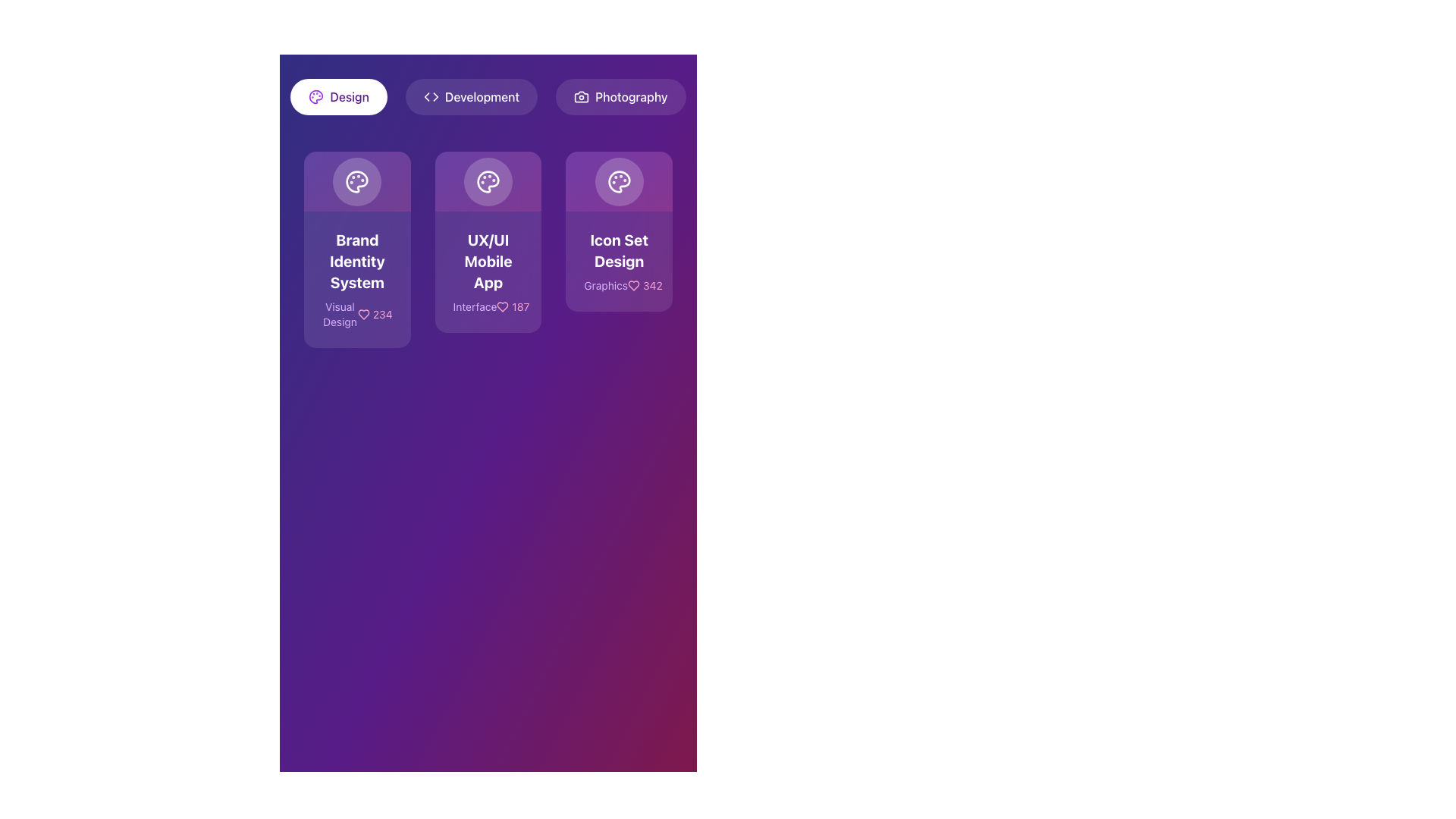  What do you see at coordinates (619, 180) in the screenshot?
I see `the Icon Button representing 'Icon Set Design' located in the top-right section of the main content area, part of the card in the third column of a three-column layout` at bounding box center [619, 180].